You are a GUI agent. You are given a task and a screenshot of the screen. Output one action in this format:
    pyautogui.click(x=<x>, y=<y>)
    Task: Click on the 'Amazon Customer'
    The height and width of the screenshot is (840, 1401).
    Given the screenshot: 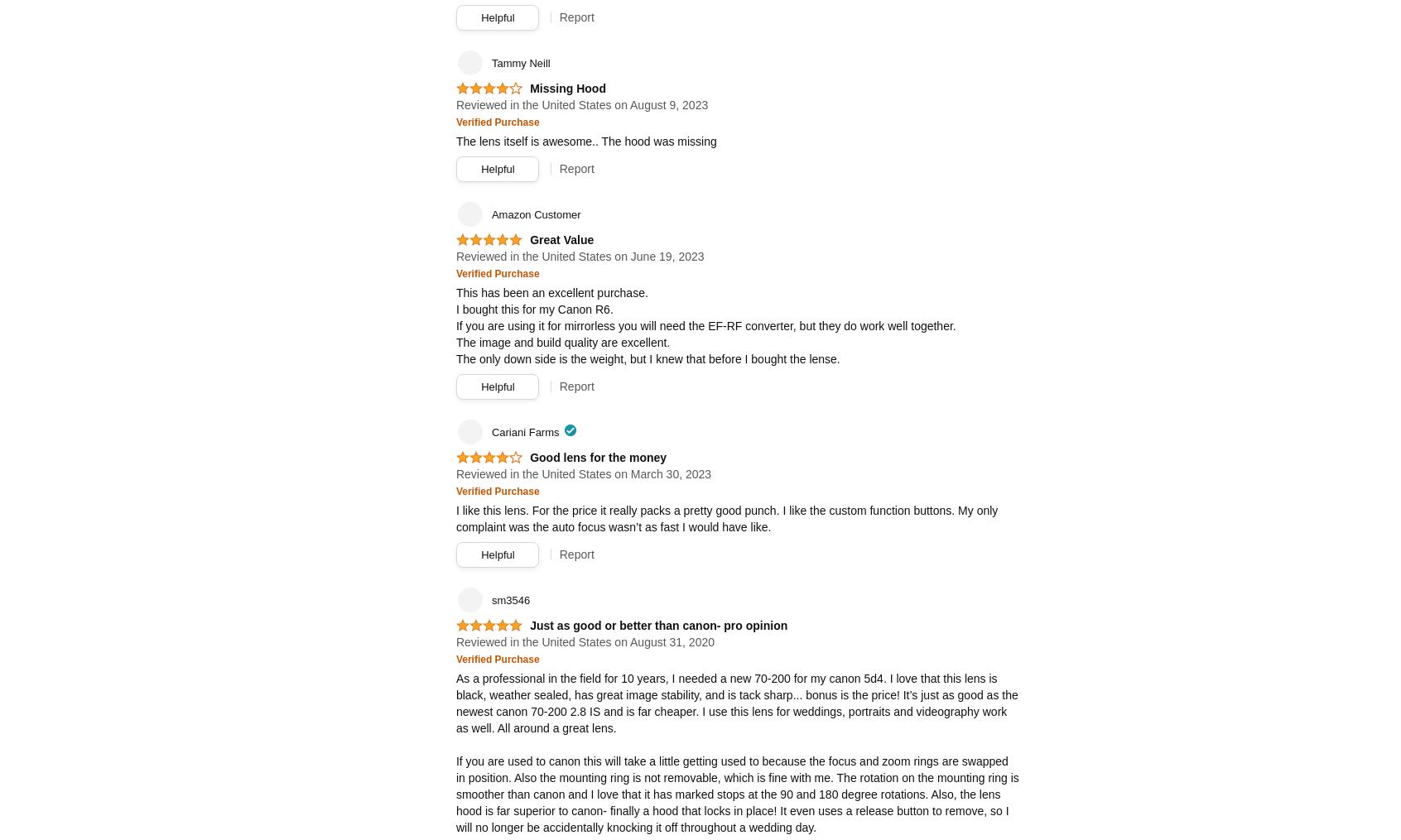 What is the action you would take?
    pyautogui.click(x=490, y=214)
    